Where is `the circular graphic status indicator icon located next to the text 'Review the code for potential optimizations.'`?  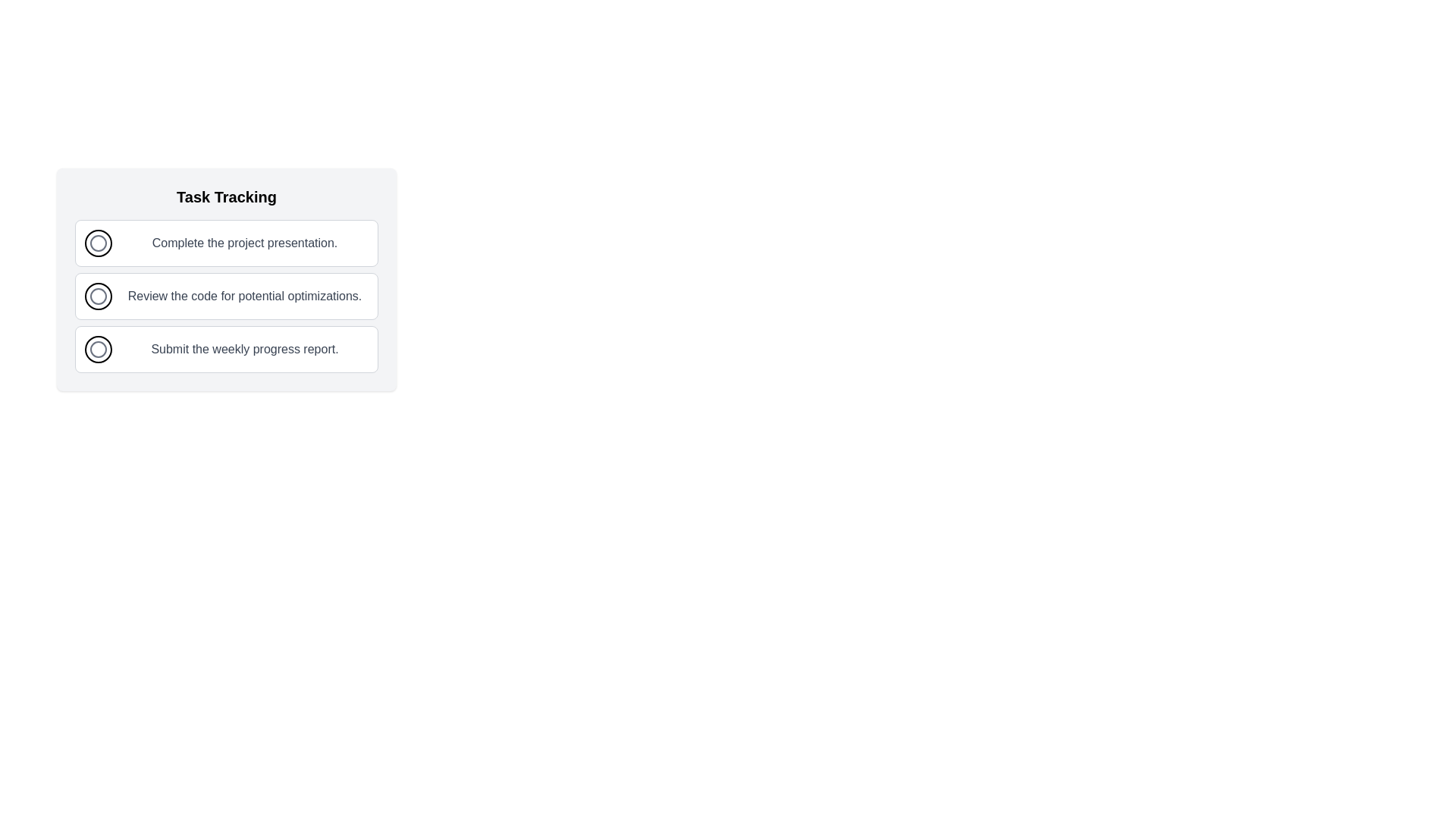 the circular graphic status indicator icon located next to the text 'Review the code for potential optimizations.' is located at coordinates (97, 296).